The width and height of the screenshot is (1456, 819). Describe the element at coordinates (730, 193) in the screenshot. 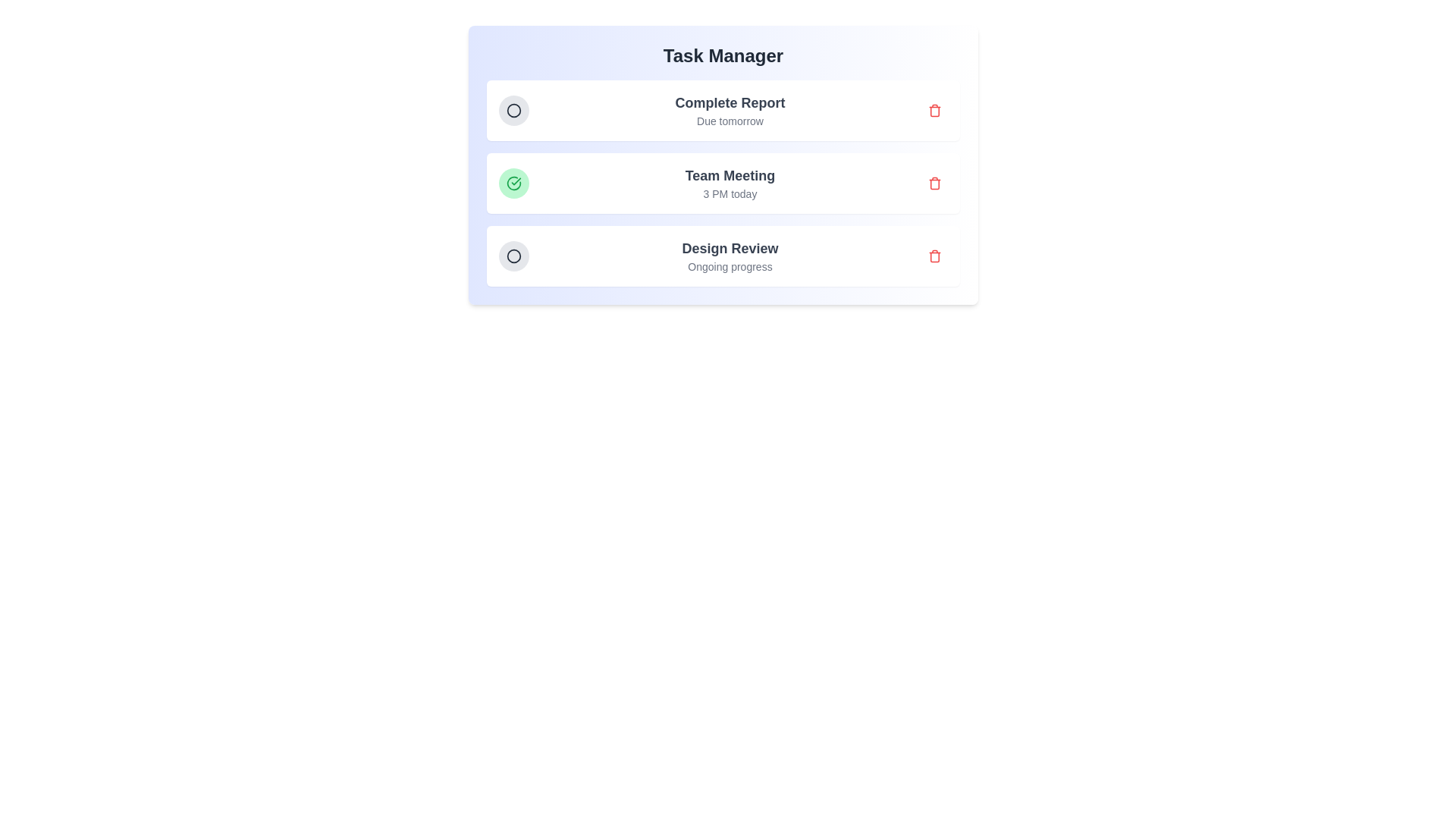

I see `the text label '3 PM today' located in the second task item of the task management list, which is styled in a small gray font and positioned below the 'Team Meeting' heading` at that location.